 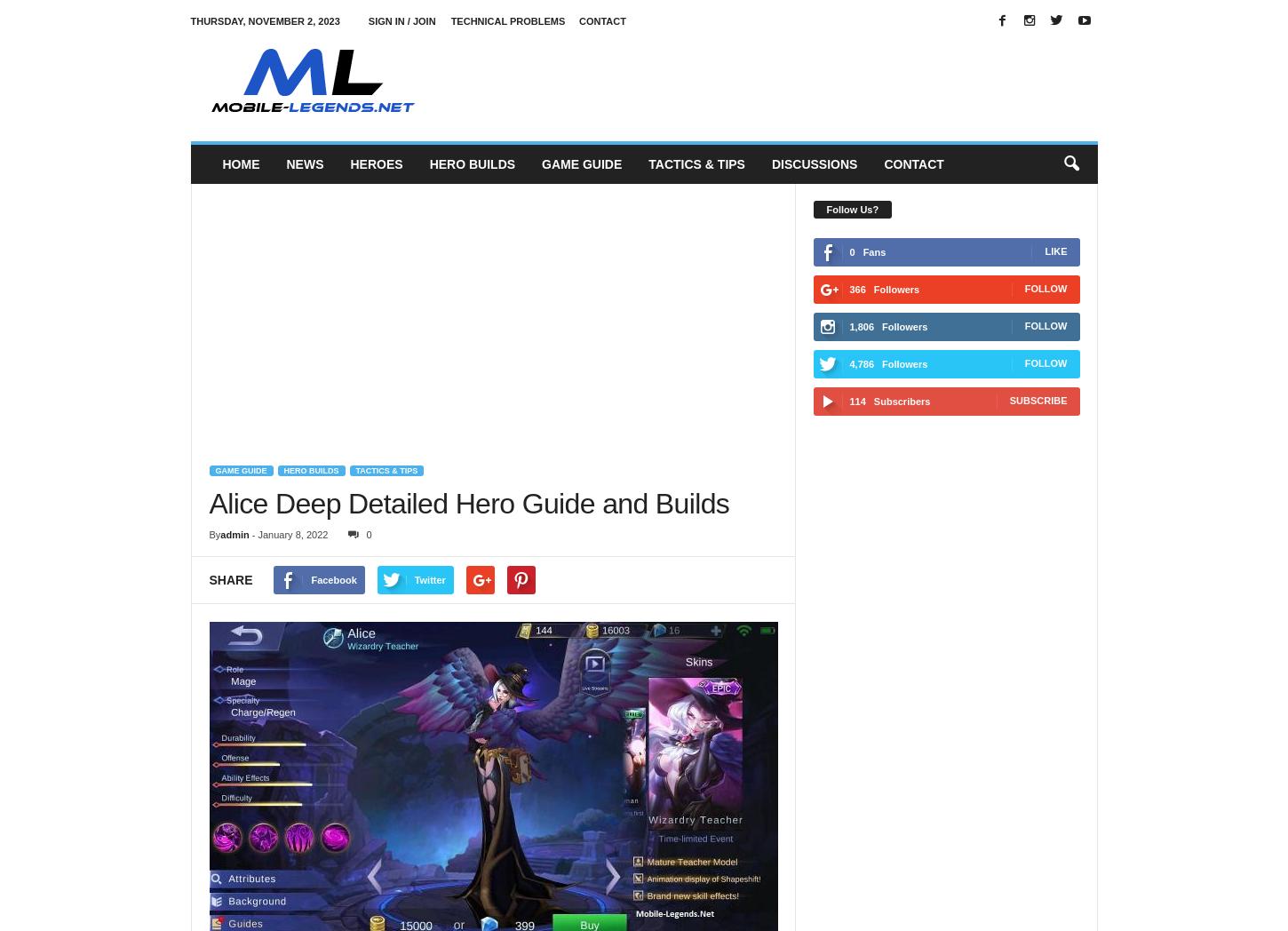 What do you see at coordinates (901, 400) in the screenshot?
I see `'Subscribers'` at bounding box center [901, 400].